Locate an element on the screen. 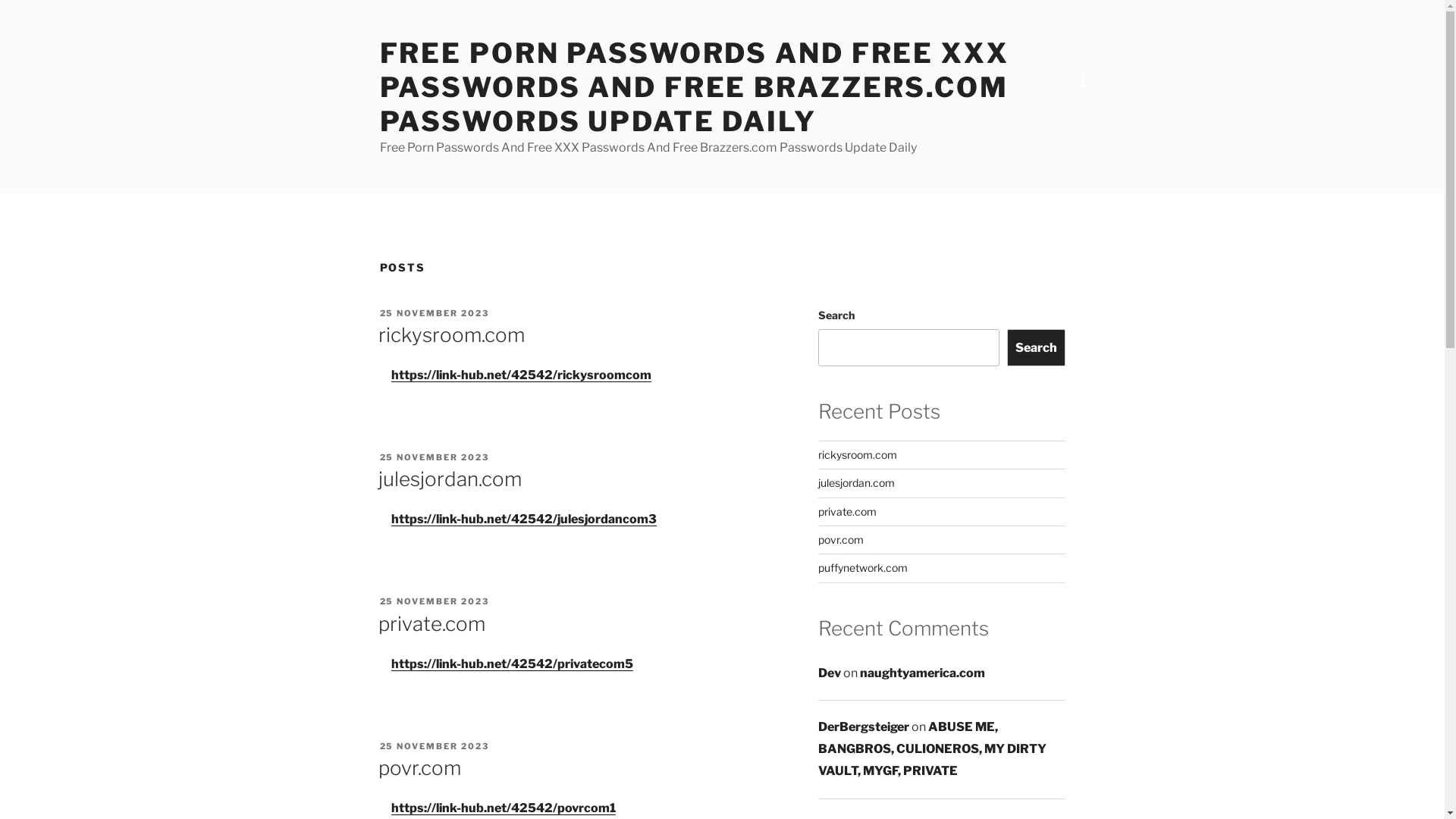 This screenshot has height=819, width=1456. 'DerBergsteiger' is located at coordinates (863, 726).